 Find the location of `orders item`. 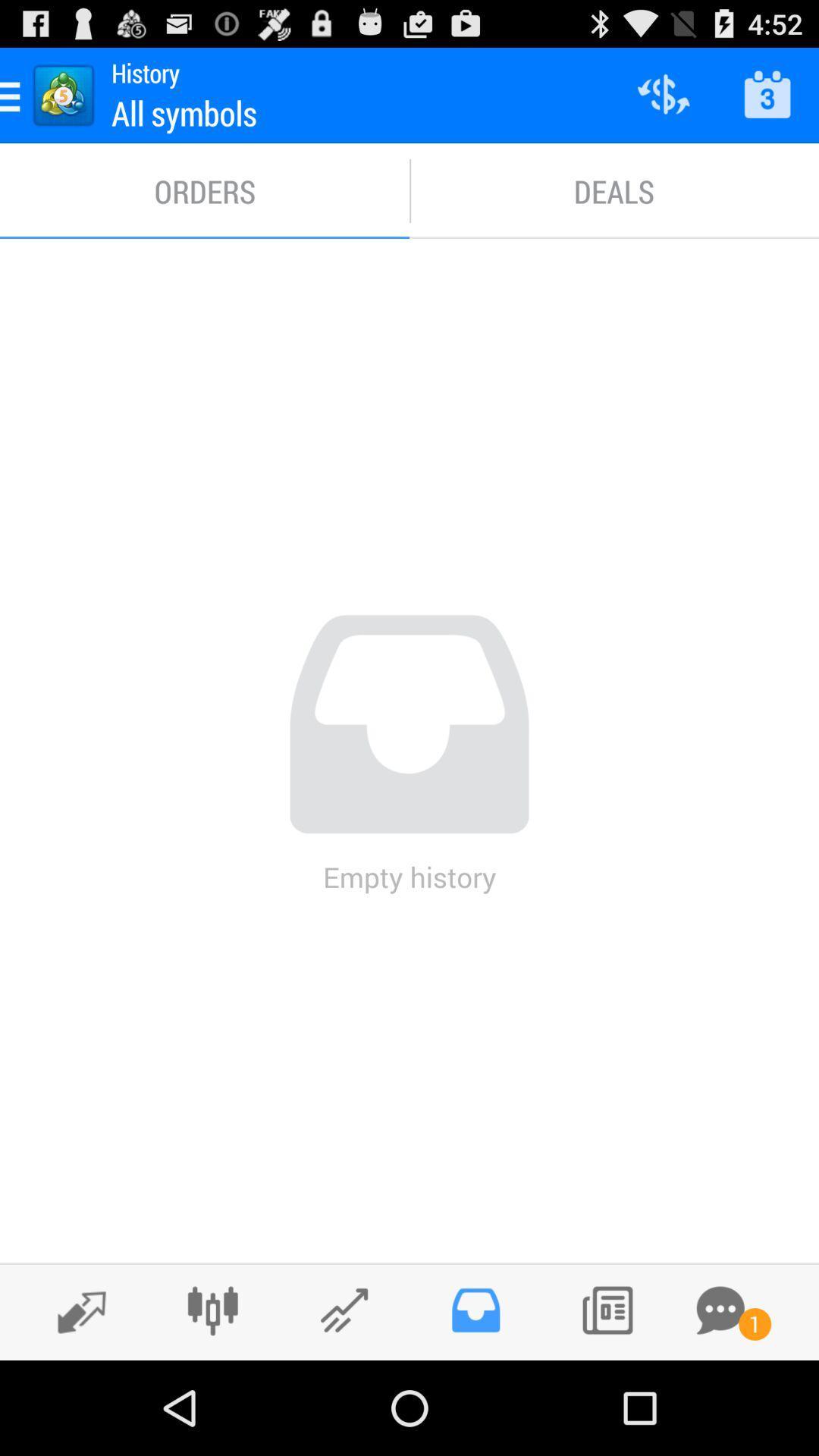

orders item is located at coordinates (205, 190).